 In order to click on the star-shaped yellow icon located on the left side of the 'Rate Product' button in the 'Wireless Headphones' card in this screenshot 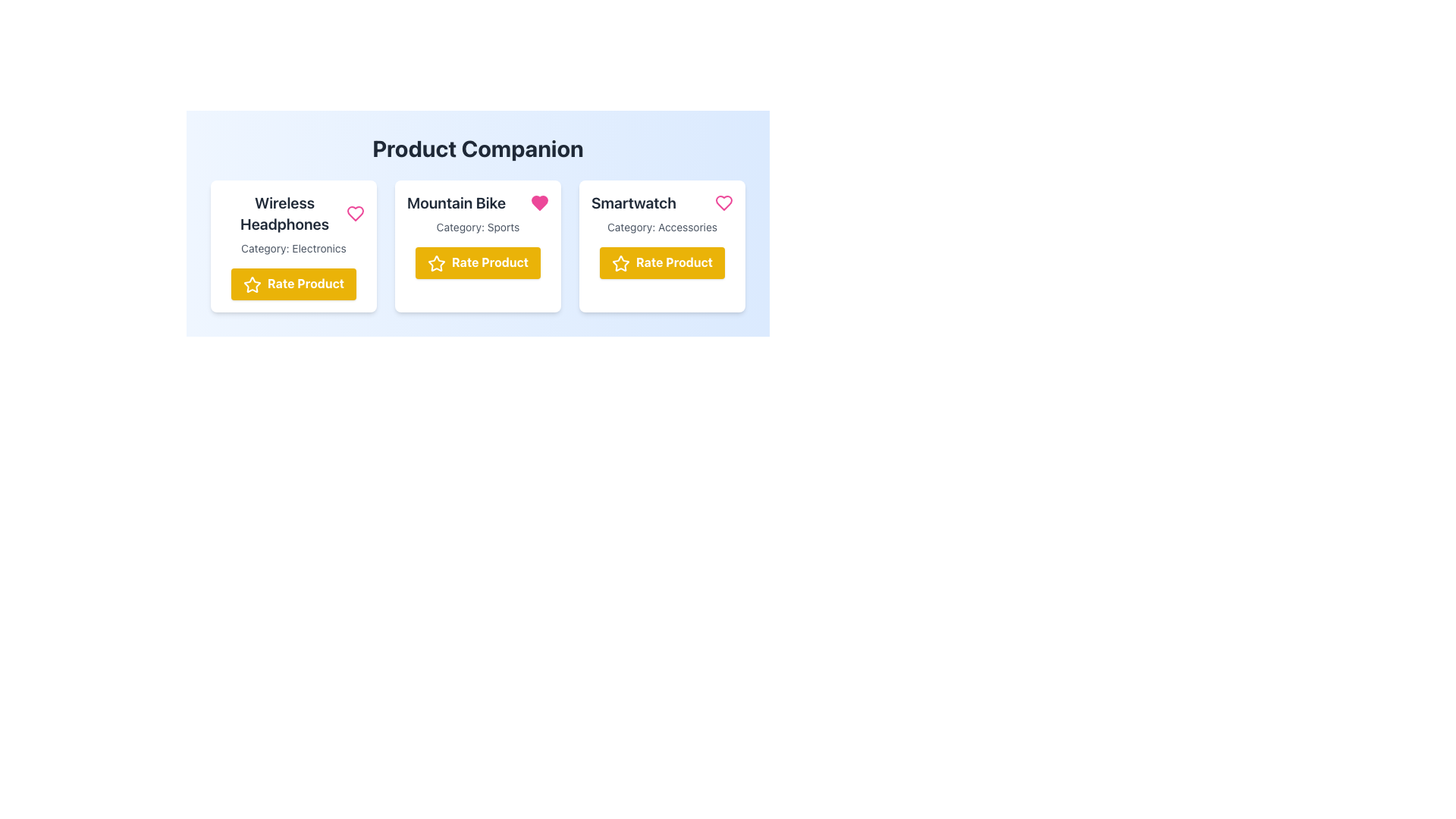, I will do `click(252, 284)`.